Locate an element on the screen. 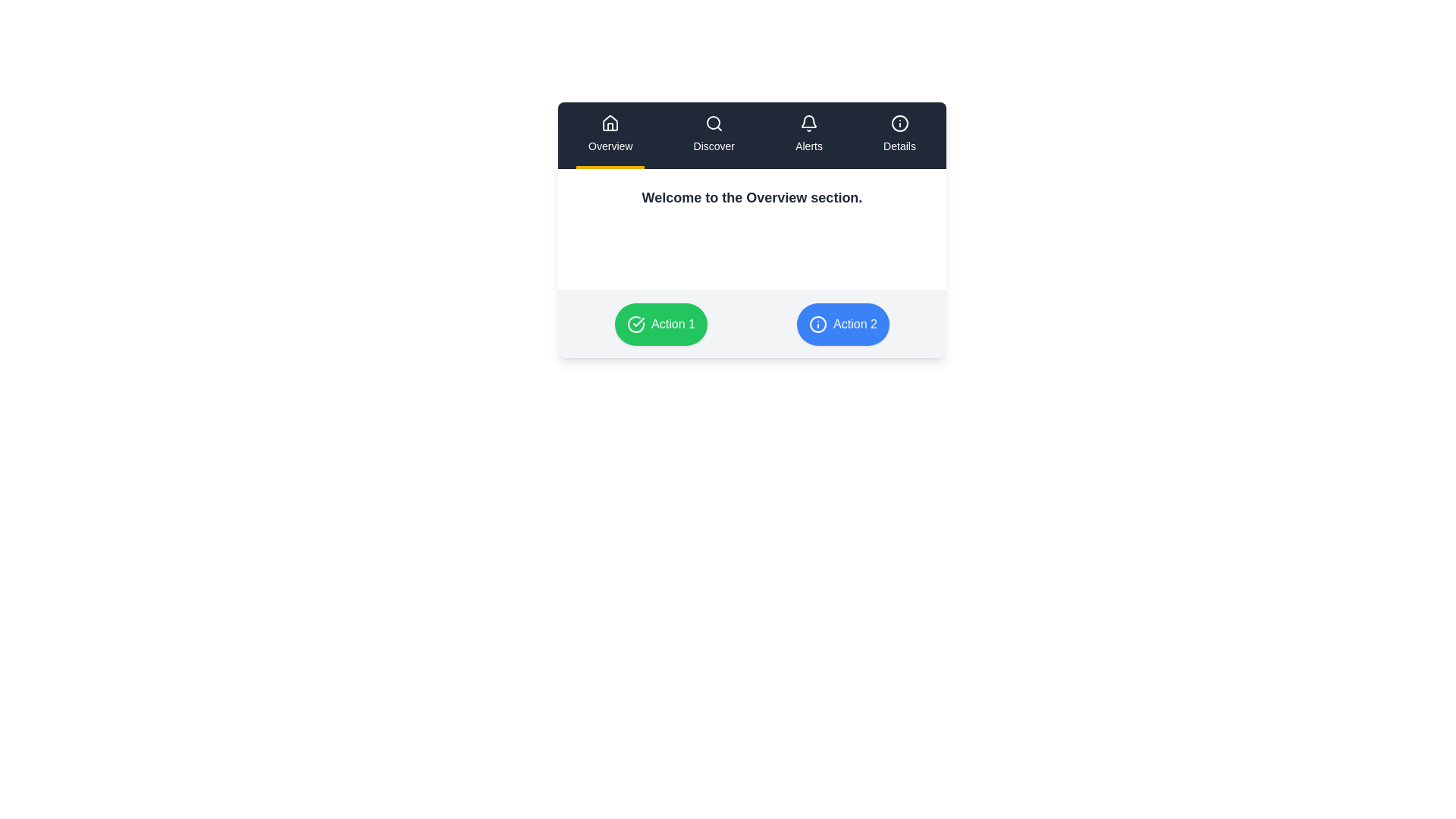 This screenshot has width=1456, height=819. the checkmark-shaped icon within the green circular area that is part of the button labeled 'Action 1' located at the bottom center-right of the interface is located at coordinates (639, 321).